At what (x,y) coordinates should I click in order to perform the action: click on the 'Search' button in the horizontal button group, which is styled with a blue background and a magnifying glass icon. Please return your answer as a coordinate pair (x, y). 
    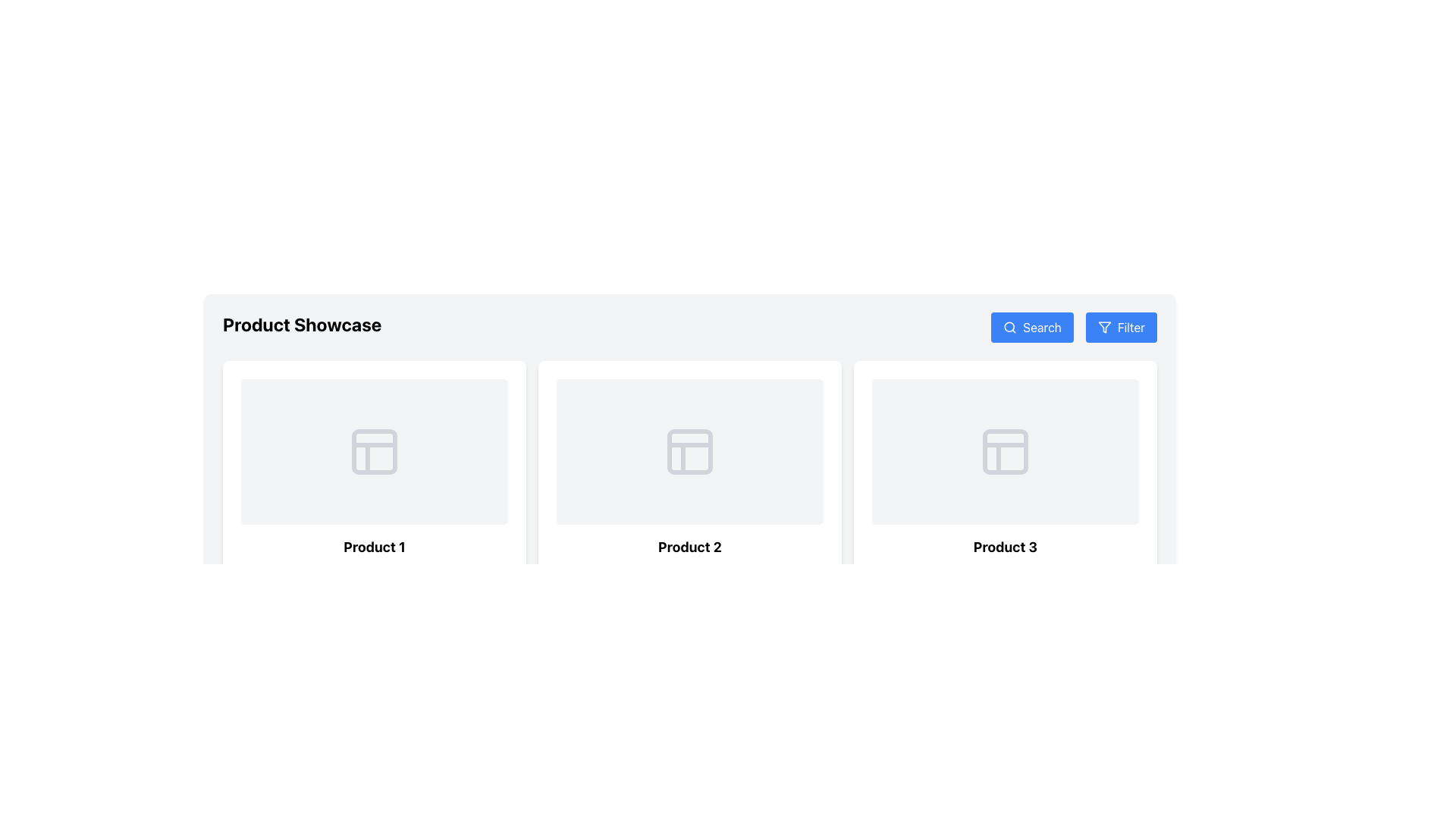
    Looking at the image, I should click on (1073, 327).